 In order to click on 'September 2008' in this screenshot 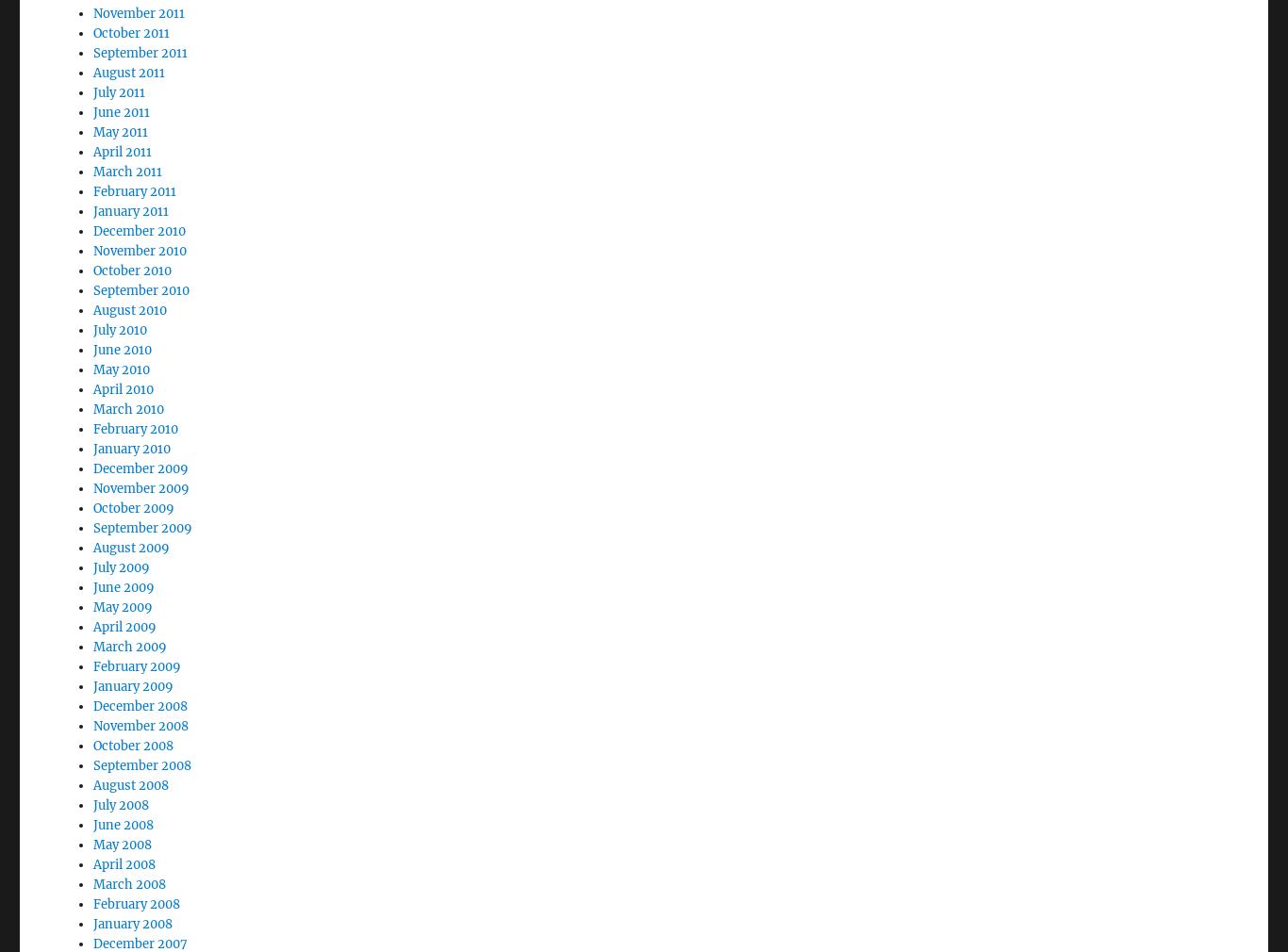, I will do `click(140, 713)`.